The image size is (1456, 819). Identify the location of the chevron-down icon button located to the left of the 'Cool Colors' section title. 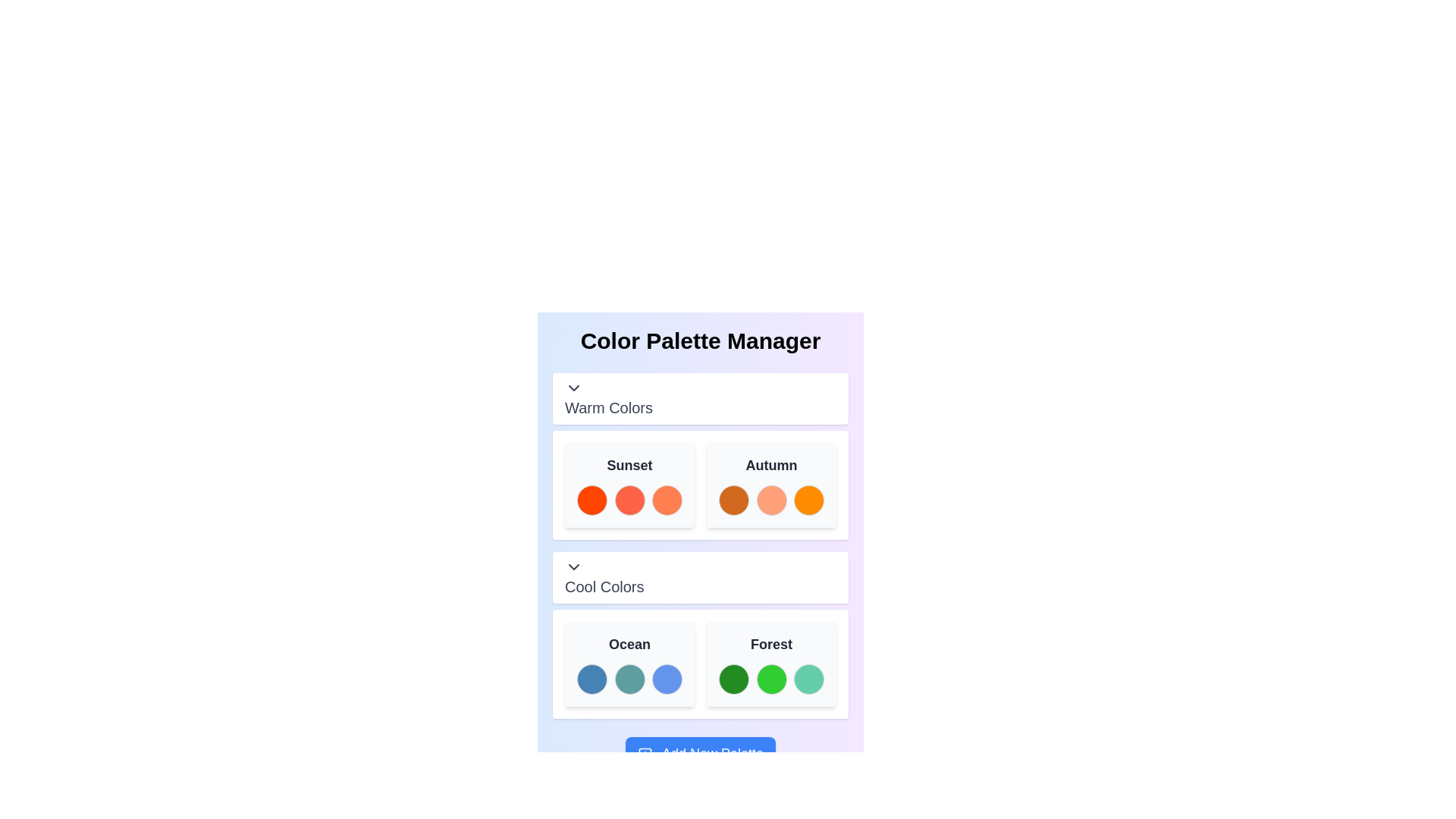
(573, 567).